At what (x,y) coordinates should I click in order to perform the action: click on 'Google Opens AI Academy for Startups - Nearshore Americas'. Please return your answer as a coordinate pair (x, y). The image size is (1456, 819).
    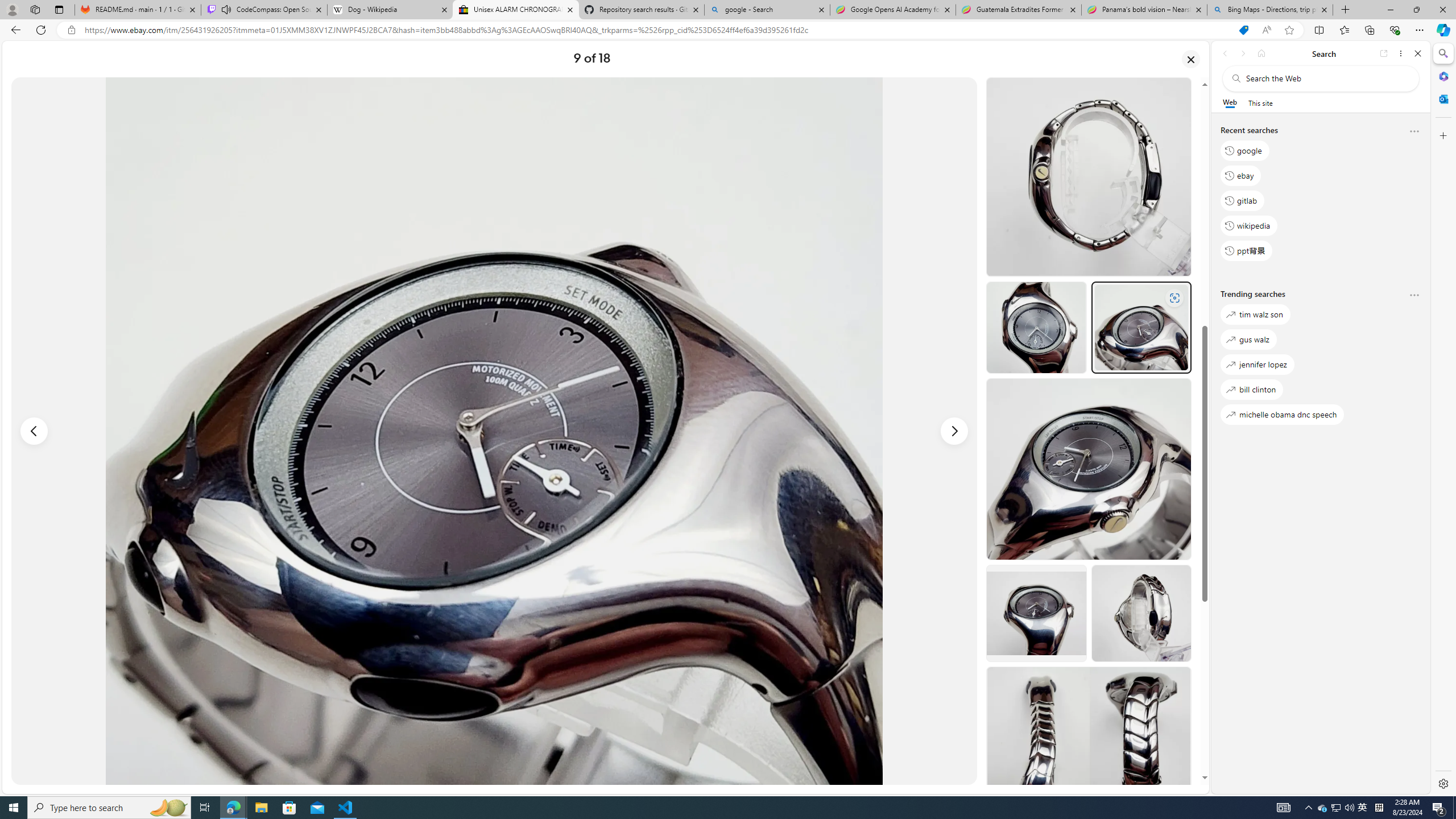
    Looking at the image, I should click on (892, 9).